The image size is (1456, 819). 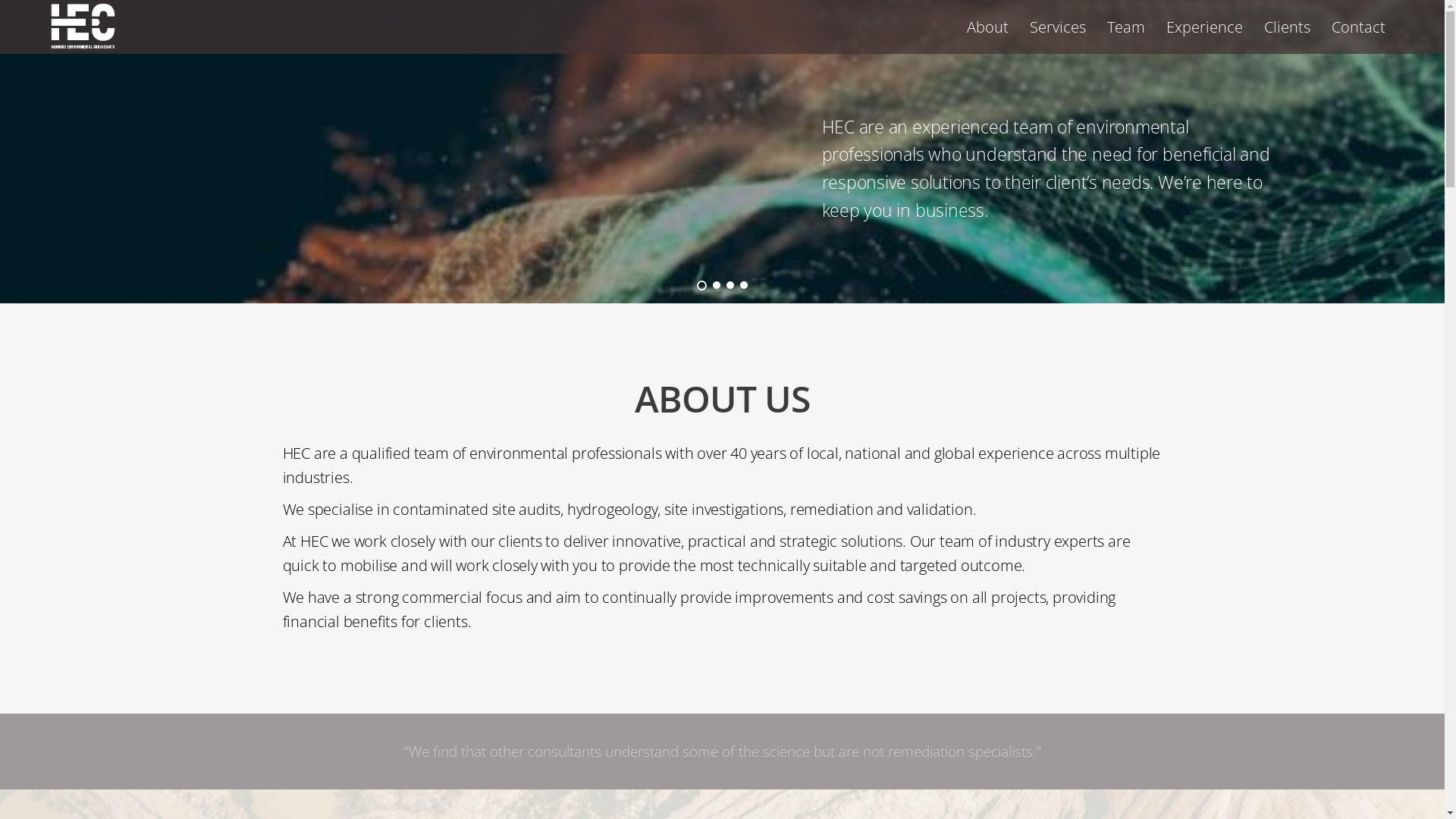 What do you see at coordinates (1057, 27) in the screenshot?
I see `'Services'` at bounding box center [1057, 27].